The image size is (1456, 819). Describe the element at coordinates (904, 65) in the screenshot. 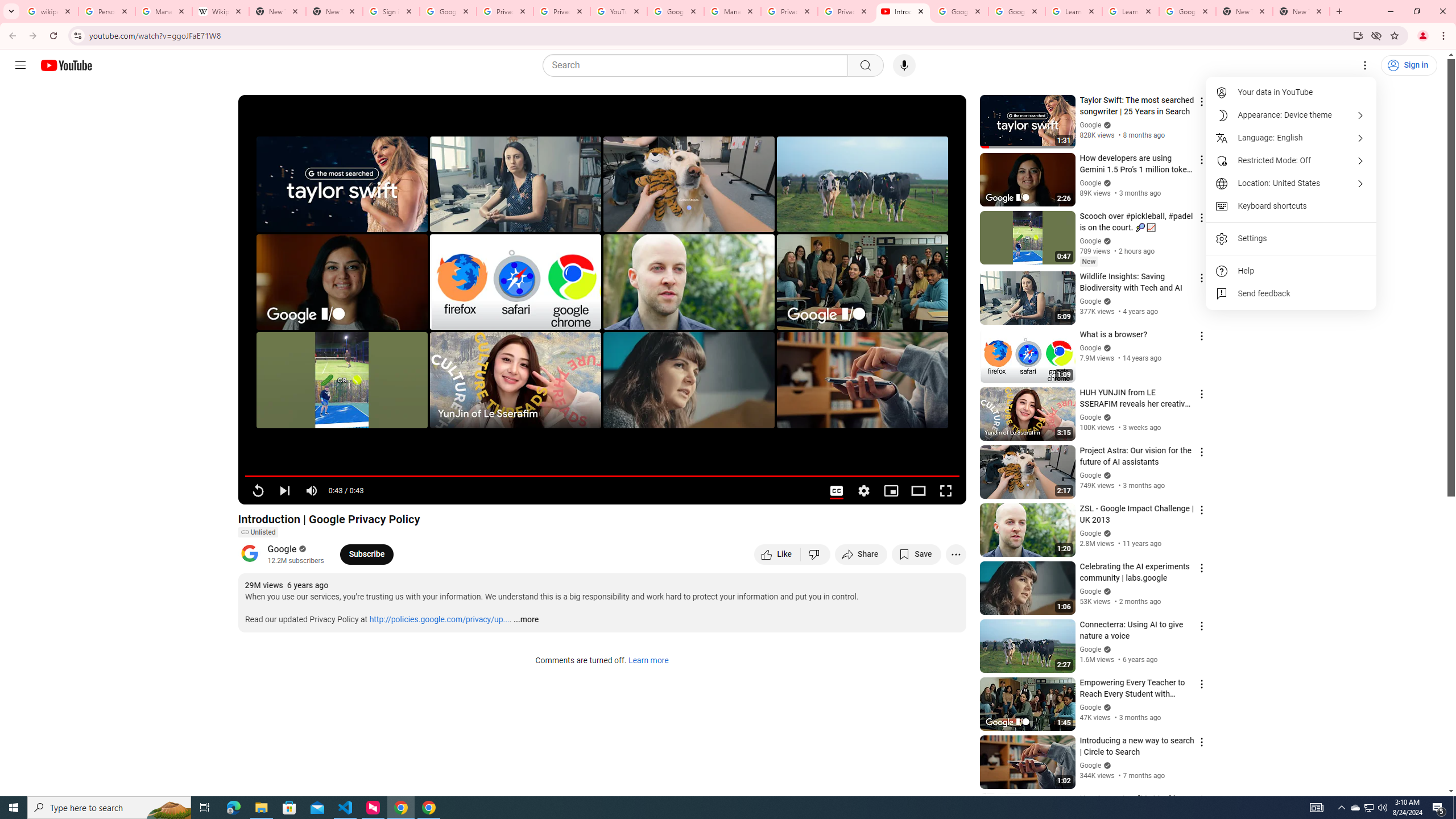

I see `'Search with your voice'` at that location.